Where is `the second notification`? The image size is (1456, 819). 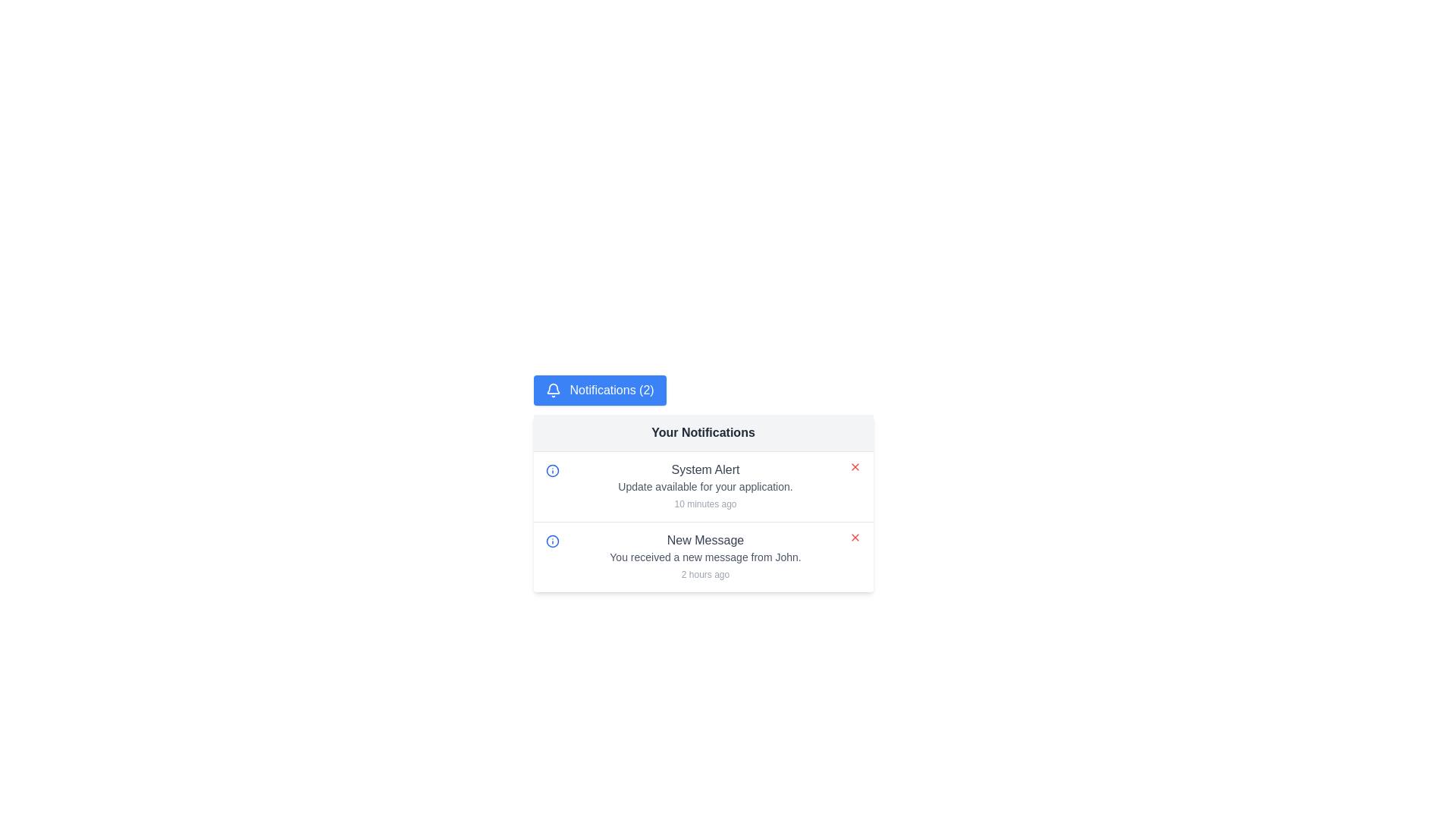 the second notification is located at coordinates (704, 557).